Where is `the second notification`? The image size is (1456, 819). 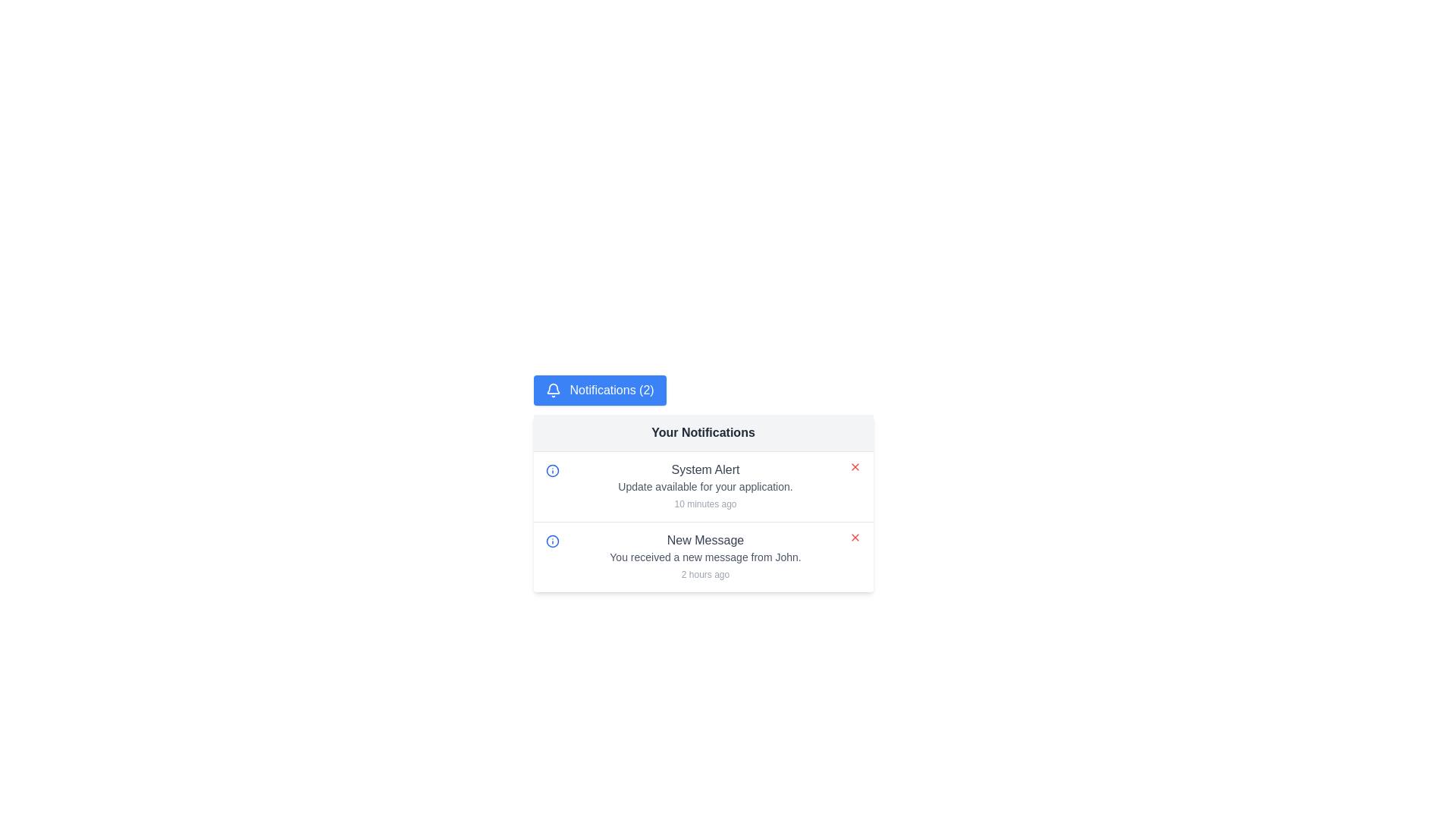 the second notification is located at coordinates (704, 557).